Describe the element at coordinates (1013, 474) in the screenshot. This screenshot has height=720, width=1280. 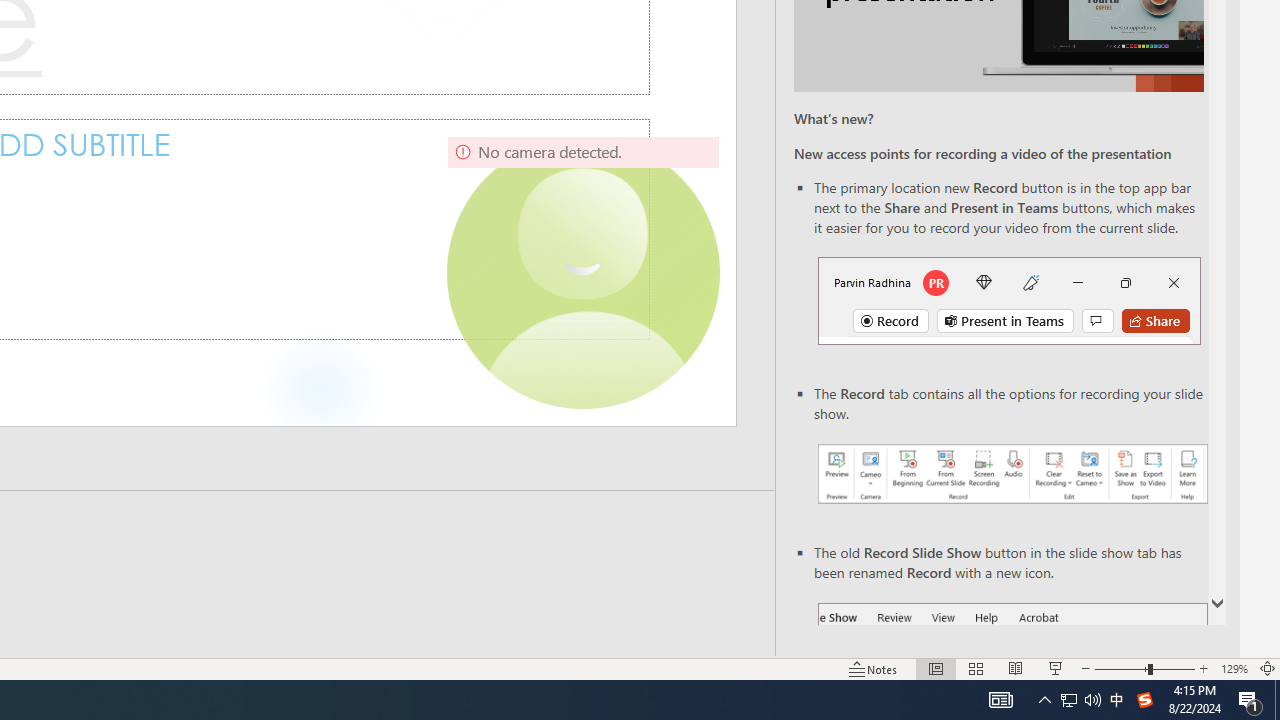
I see `'Record your presentations screenshot one'` at that location.